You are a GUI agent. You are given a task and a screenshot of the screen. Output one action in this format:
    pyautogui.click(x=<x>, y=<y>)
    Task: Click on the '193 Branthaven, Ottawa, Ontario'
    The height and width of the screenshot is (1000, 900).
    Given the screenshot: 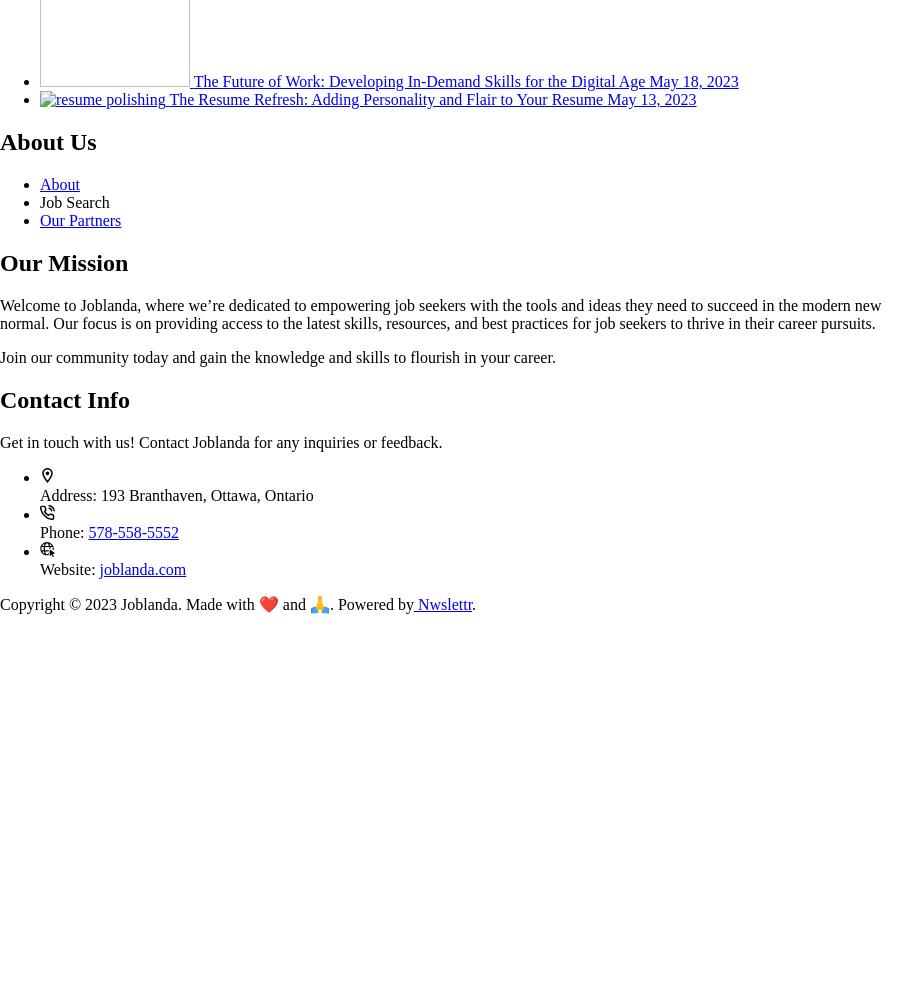 What is the action you would take?
    pyautogui.click(x=206, y=493)
    